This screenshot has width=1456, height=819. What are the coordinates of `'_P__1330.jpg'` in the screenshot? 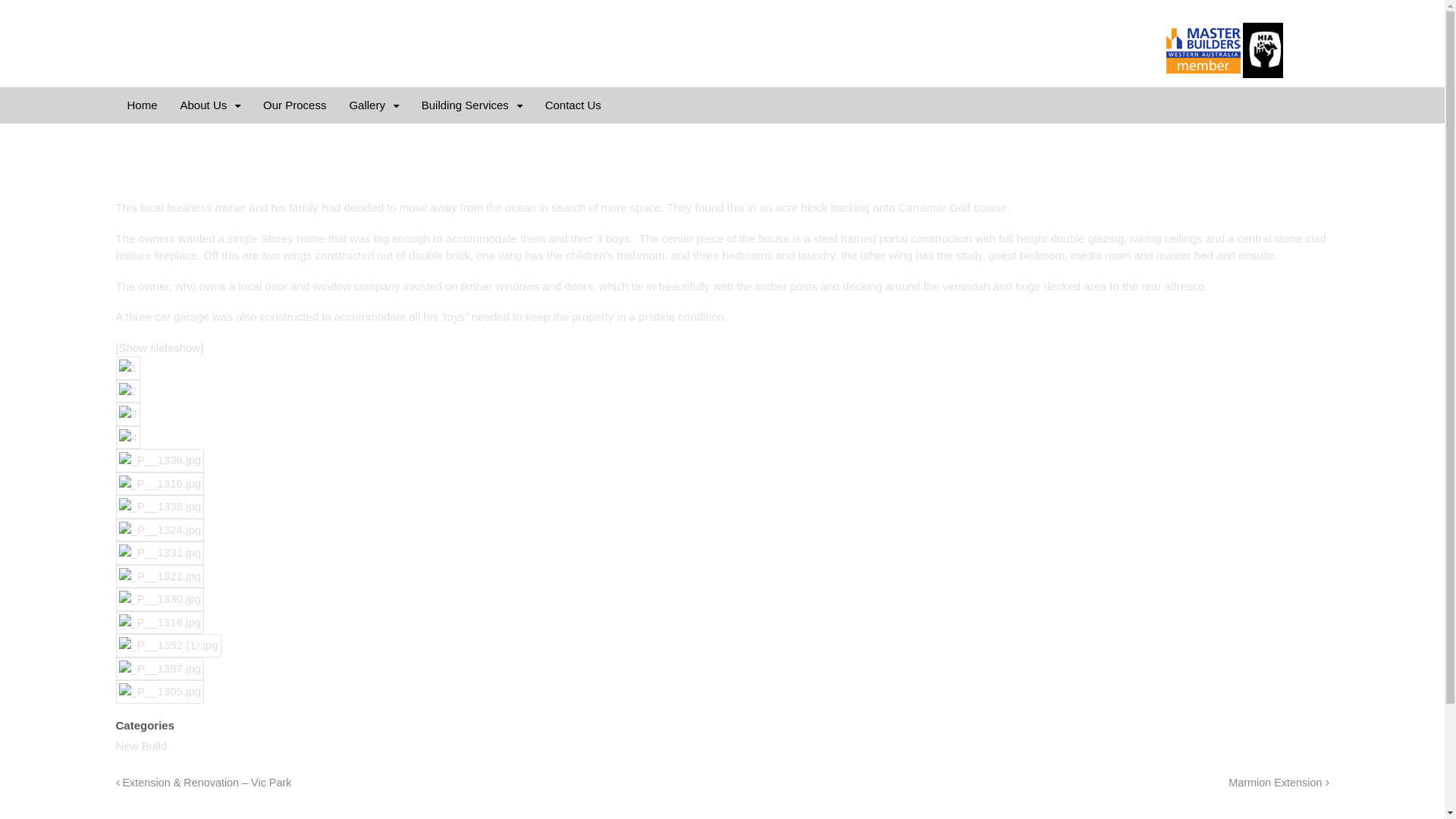 It's located at (159, 598).